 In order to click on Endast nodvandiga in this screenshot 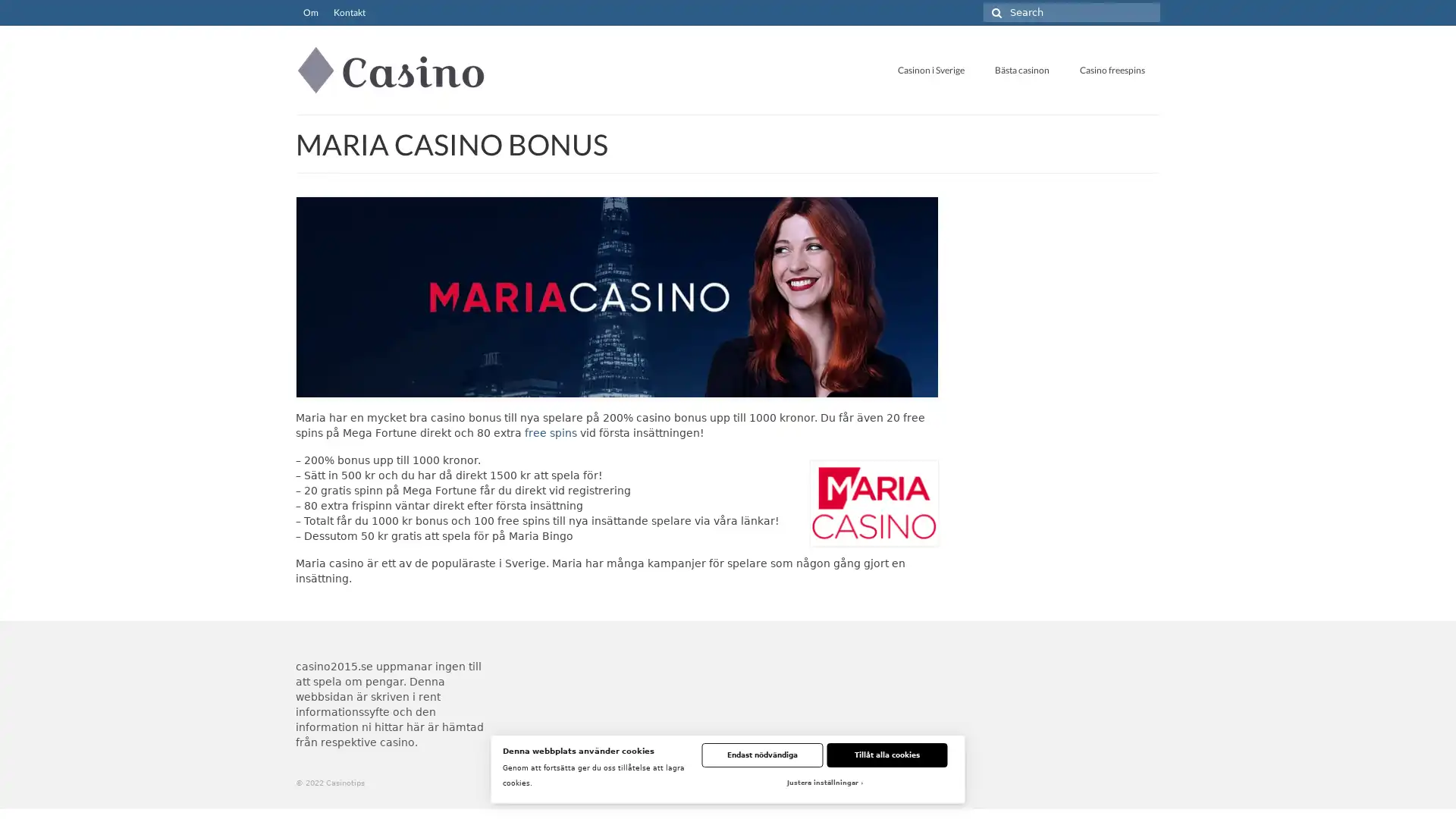, I will do `click(761, 755)`.